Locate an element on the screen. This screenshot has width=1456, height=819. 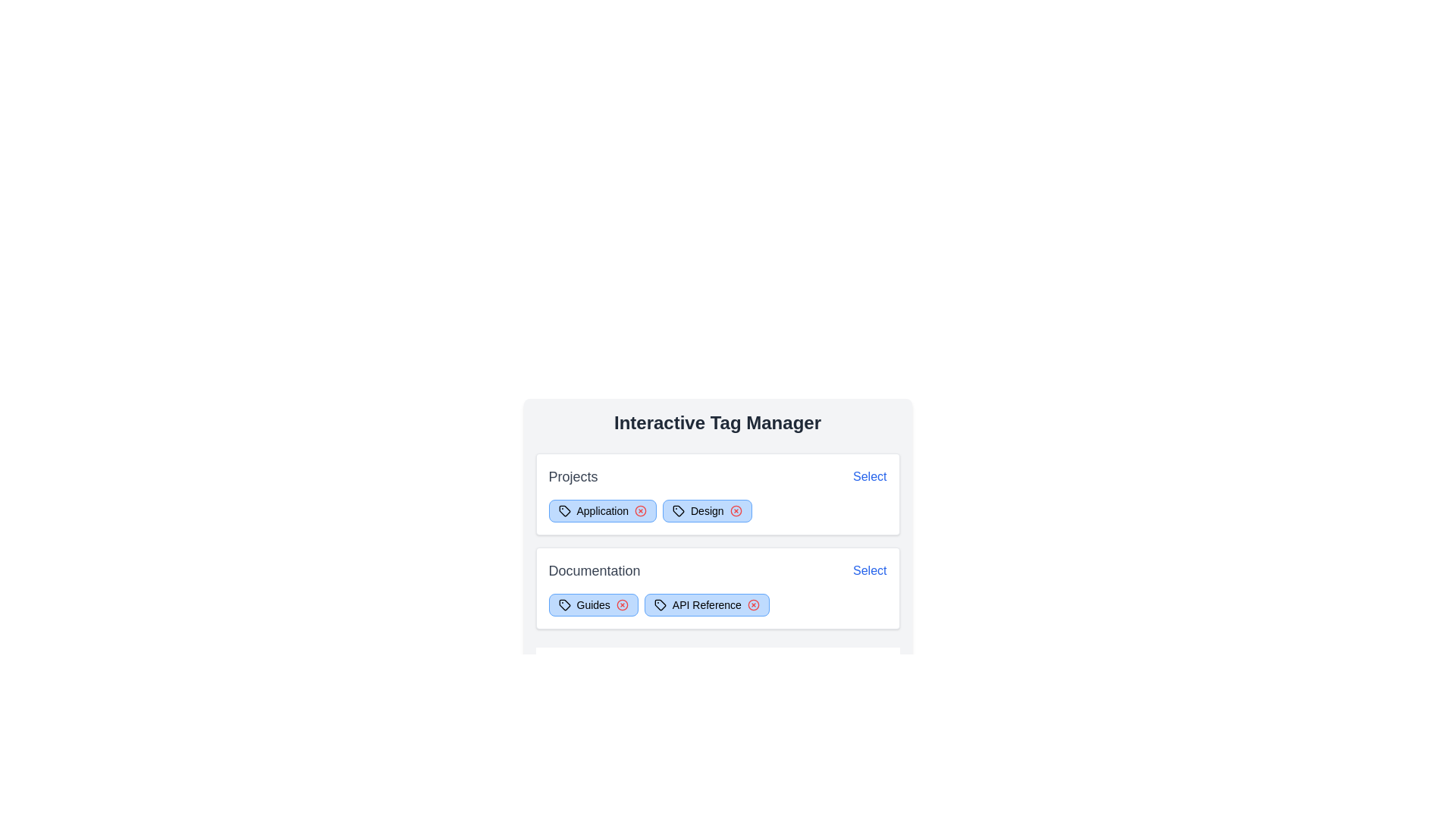
the SVG Icon that visually identifies the tag labeled 'Guides' located in the 'Documentation' section, positioned to the left of the associated text is located at coordinates (563, 604).